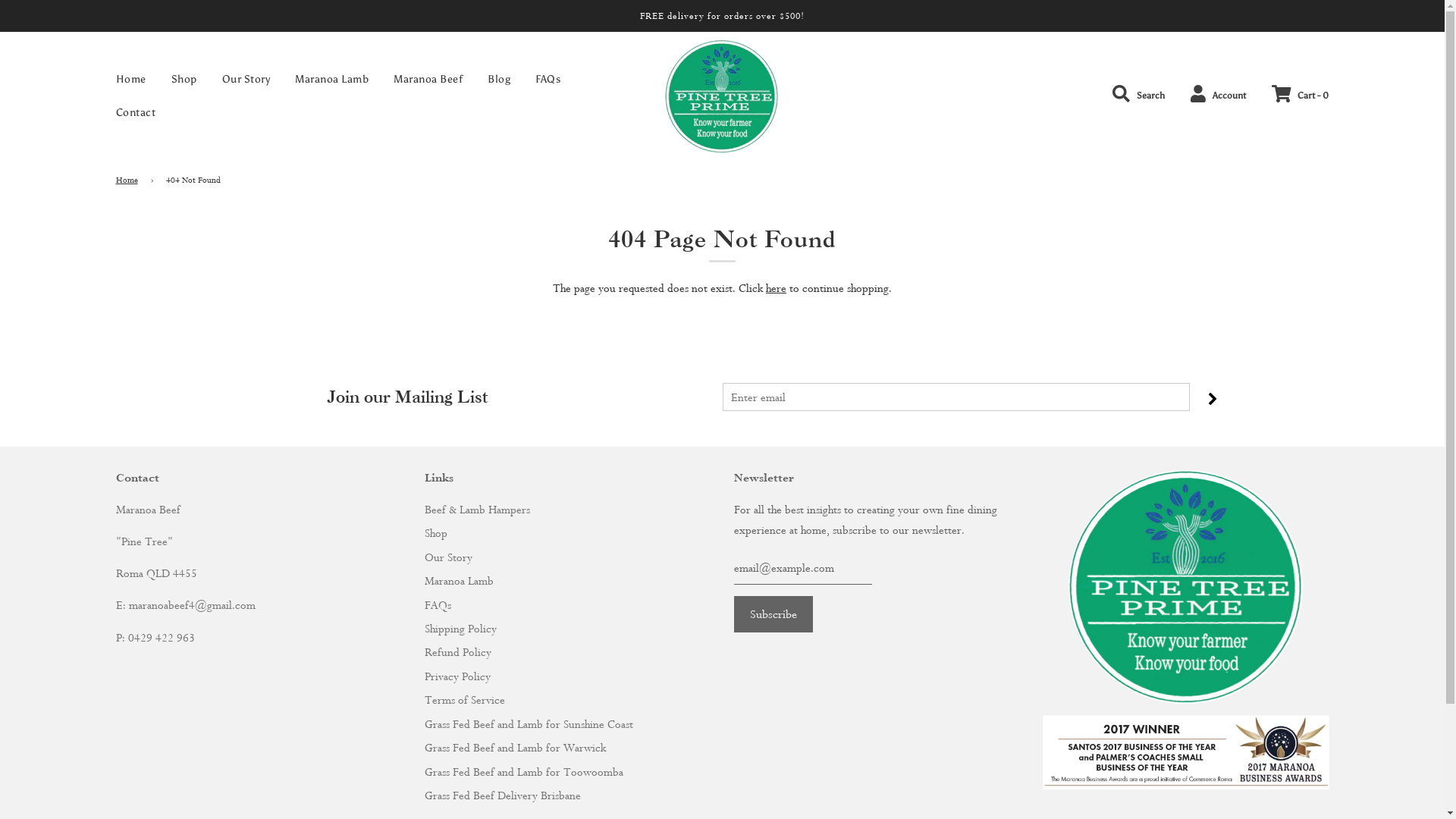  I want to click on 'Shop', so click(159, 79).